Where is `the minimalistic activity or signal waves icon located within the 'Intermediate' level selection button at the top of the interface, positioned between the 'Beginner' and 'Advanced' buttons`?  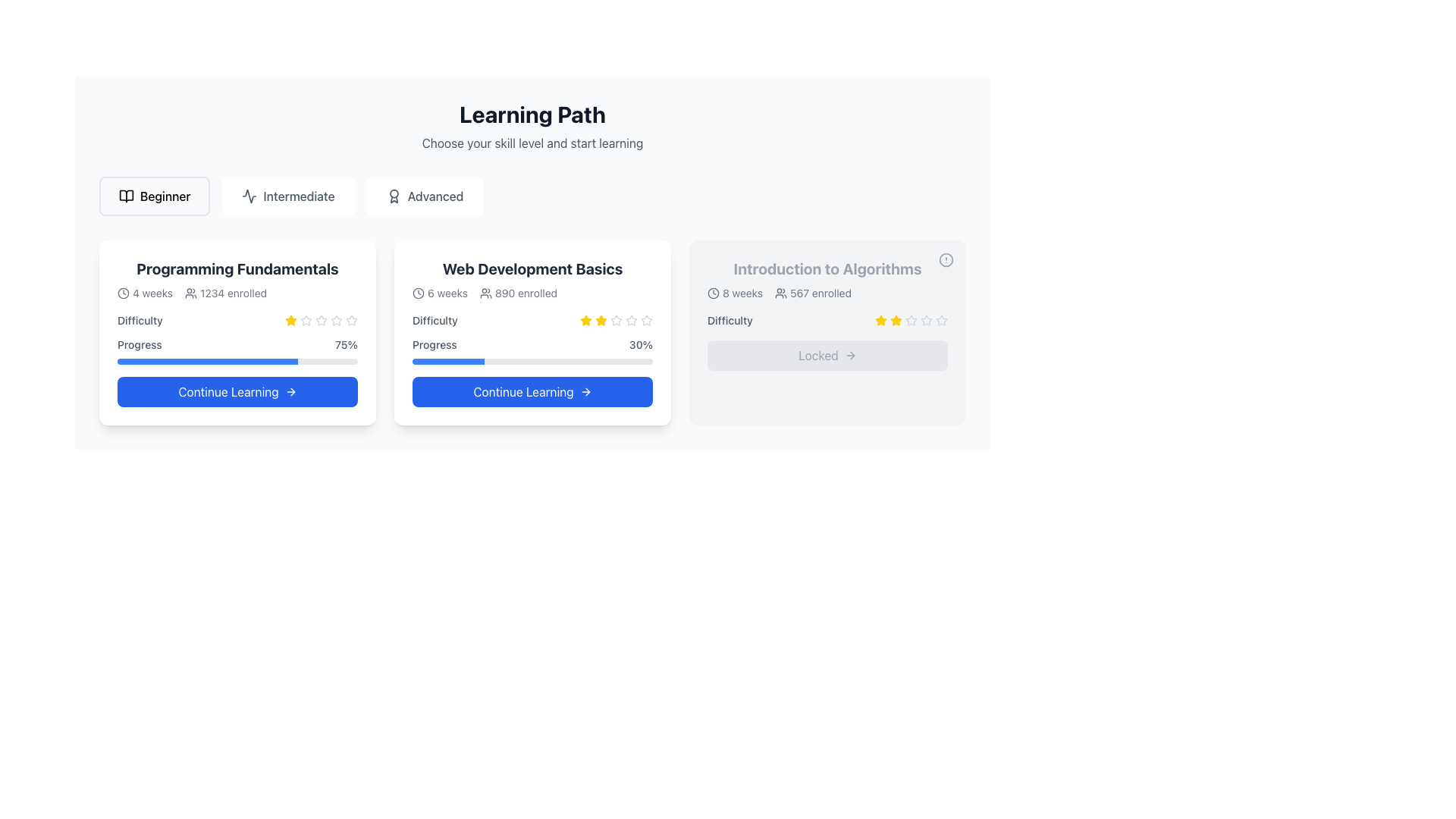 the minimalistic activity or signal waves icon located within the 'Intermediate' level selection button at the top of the interface, positioned between the 'Beginner' and 'Advanced' buttons is located at coordinates (249, 195).